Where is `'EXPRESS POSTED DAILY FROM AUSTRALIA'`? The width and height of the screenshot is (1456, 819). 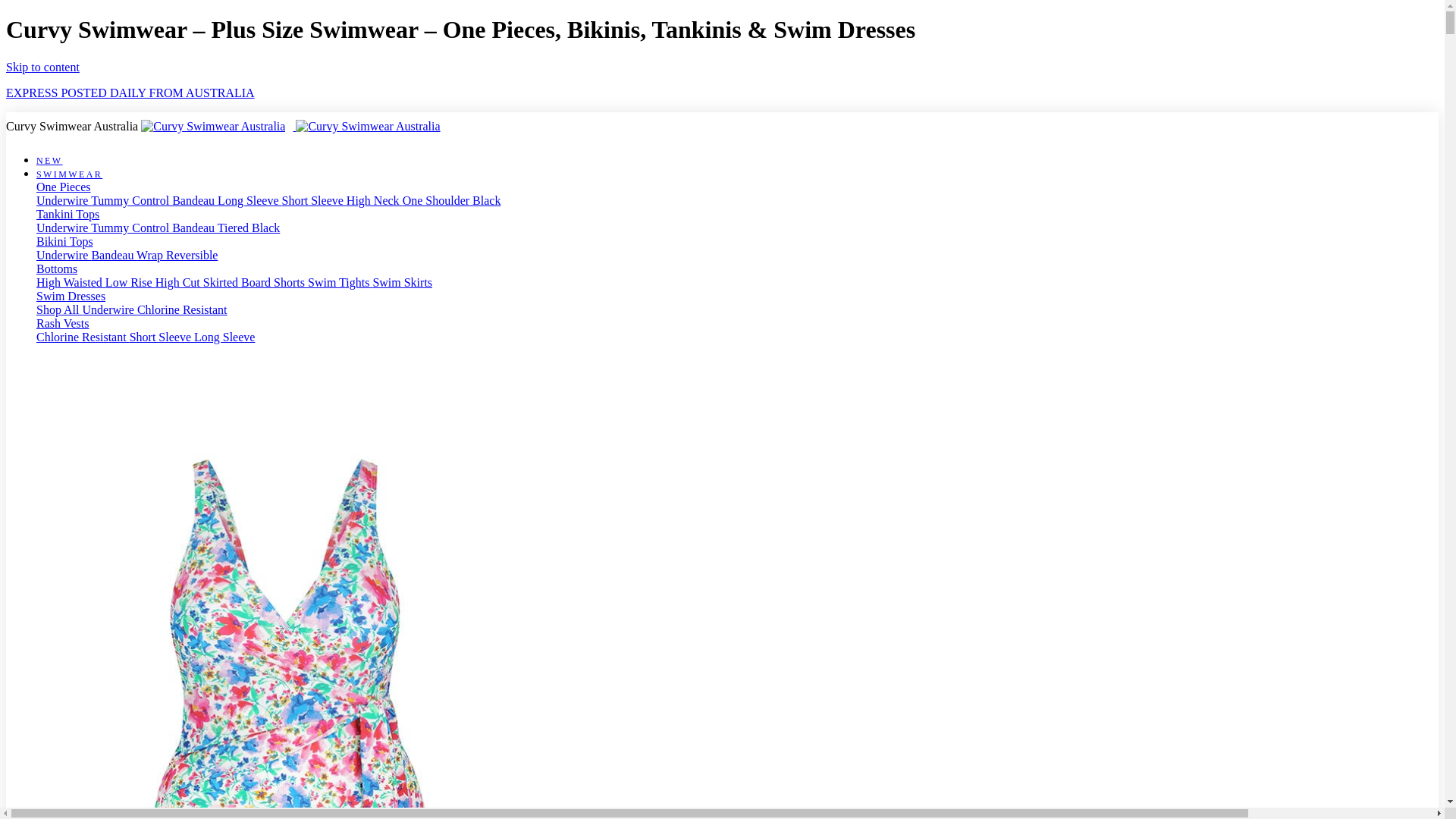 'EXPRESS POSTED DAILY FROM AUSTRALIA' is located at coordinates (130, 93).